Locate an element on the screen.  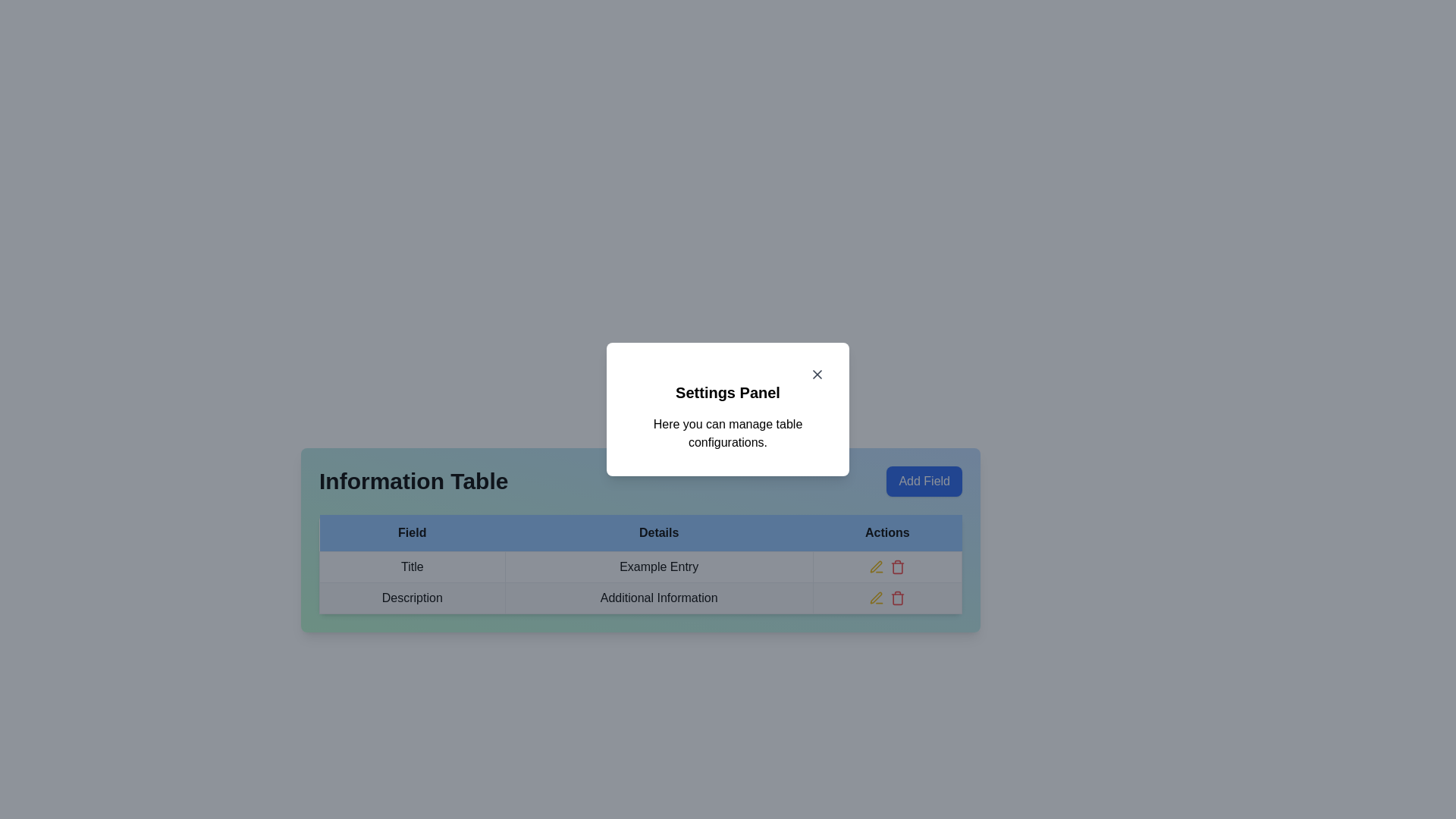
the second row of the 'Information Table' that contains the text 'Description' and 'Additional Information' with interactive icons is located at coordinates (640, 598).